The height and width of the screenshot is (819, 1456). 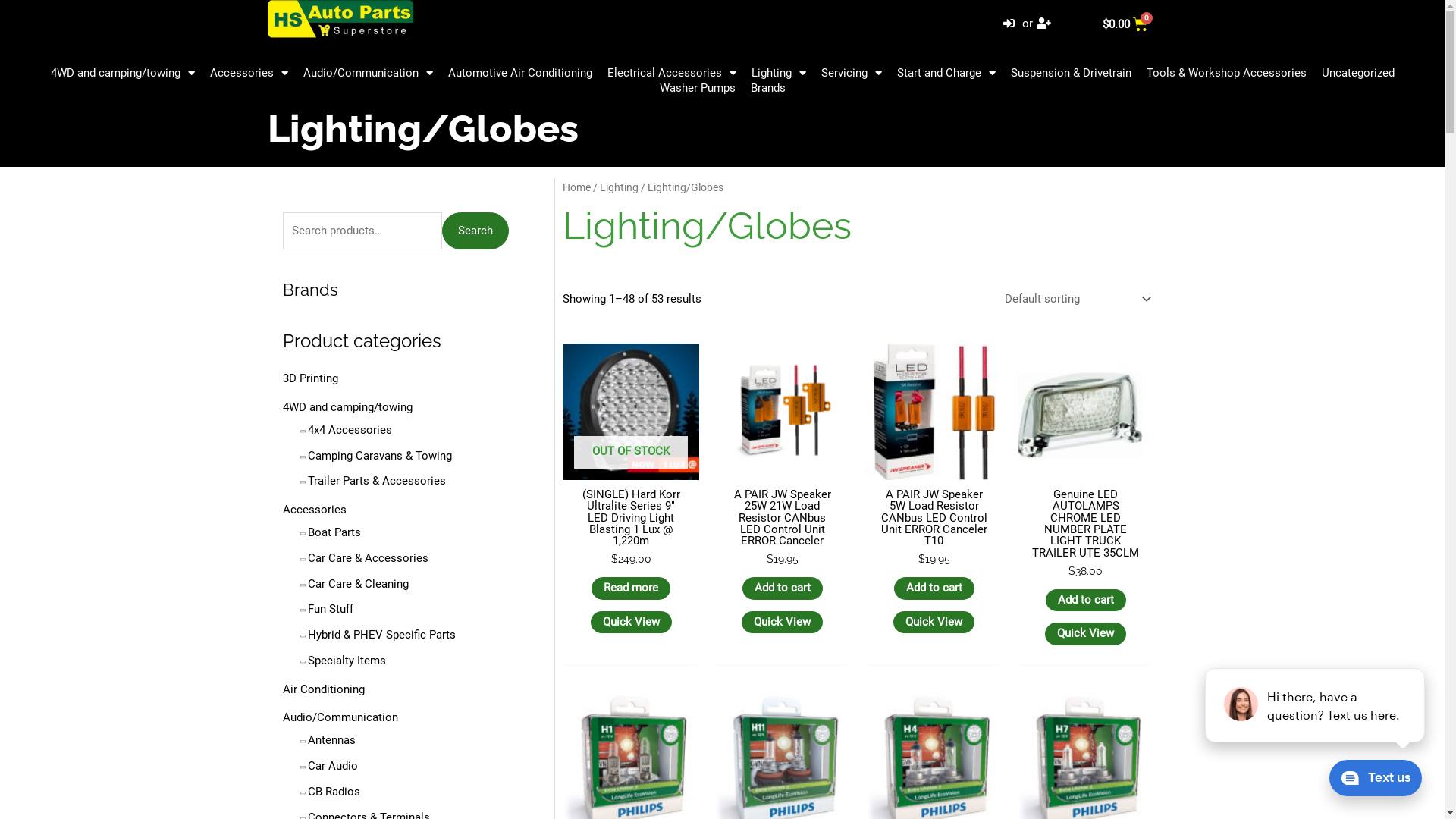 I want to click on 'Washer Pumps', so click(x=651, y=87).